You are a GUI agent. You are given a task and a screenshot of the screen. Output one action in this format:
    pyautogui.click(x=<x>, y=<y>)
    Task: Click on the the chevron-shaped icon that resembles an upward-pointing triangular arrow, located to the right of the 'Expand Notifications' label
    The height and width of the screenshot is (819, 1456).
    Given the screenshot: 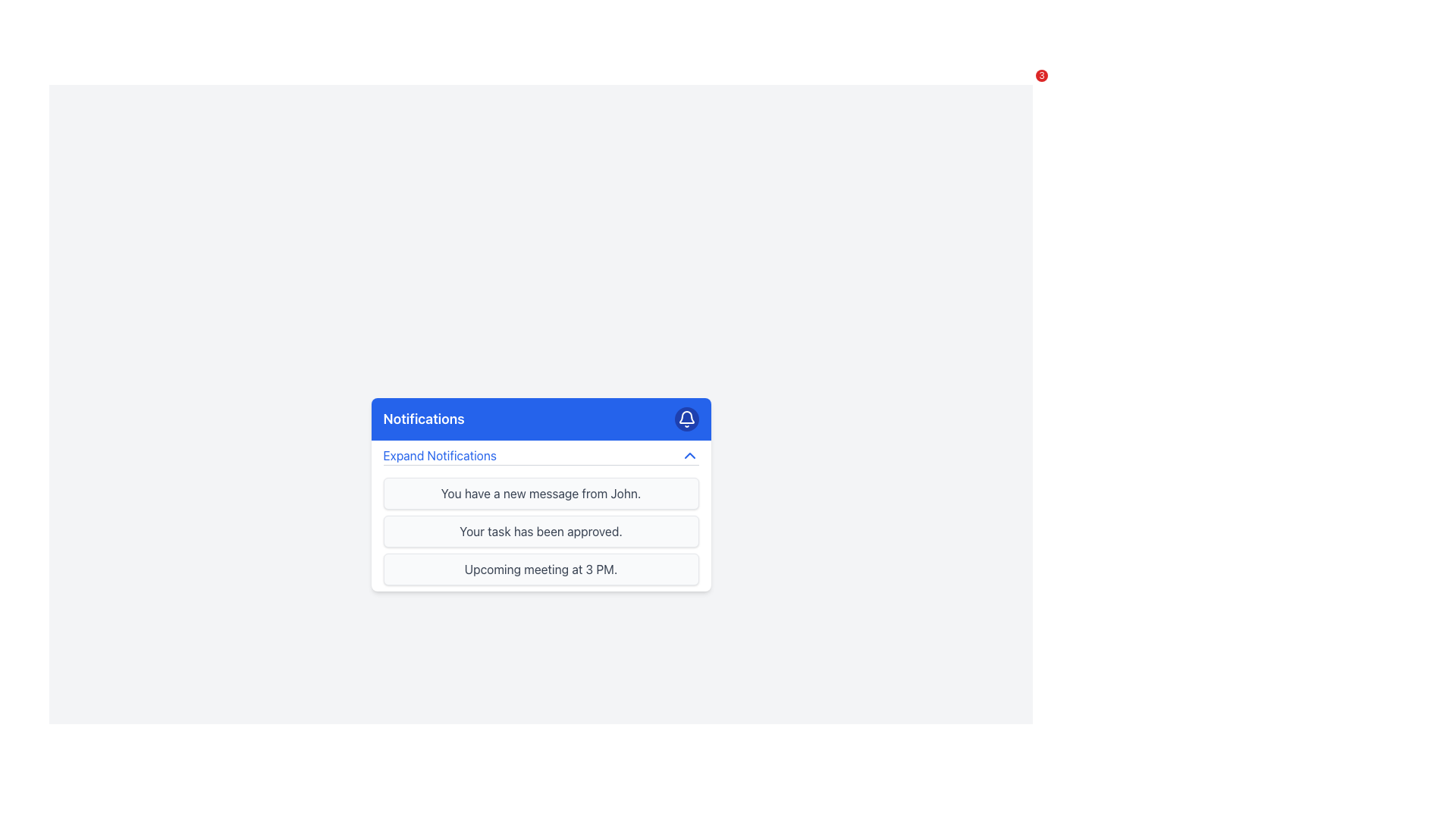 What is the action you would take?
    pyautogui.click(x=689, y=454)
    